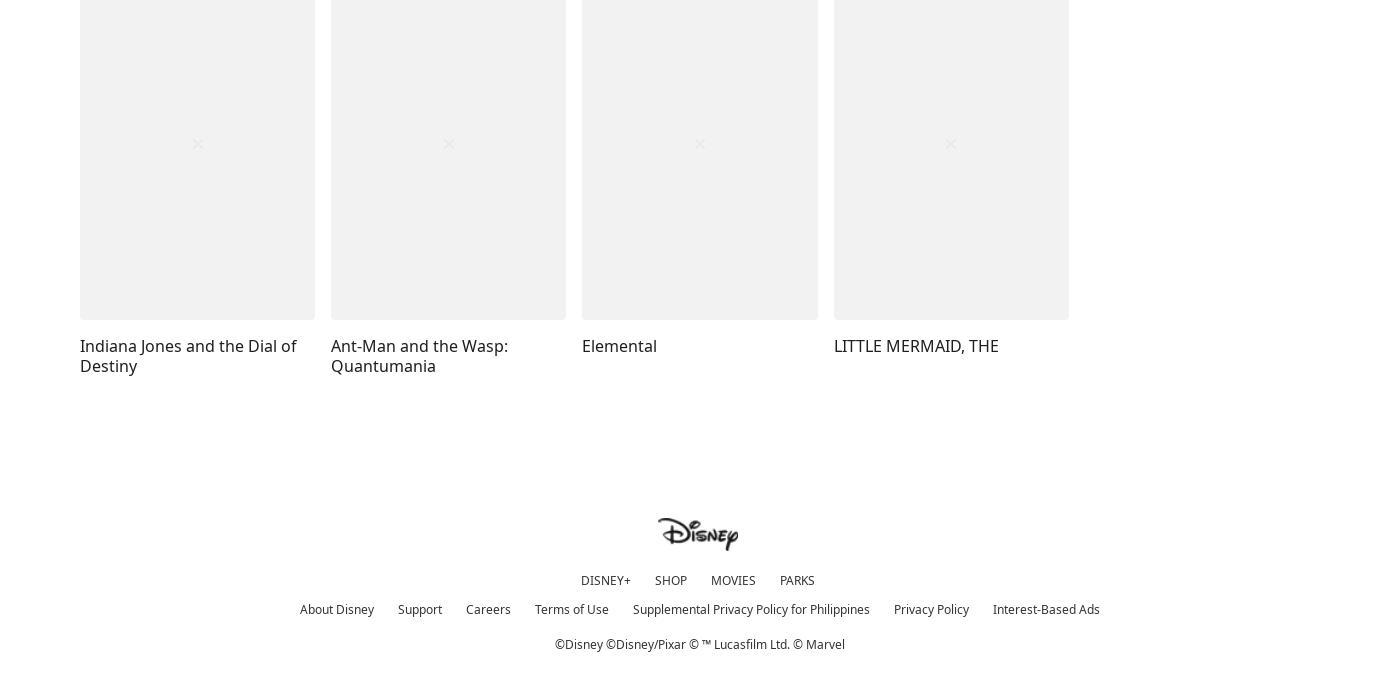  I want to click on 'Ant-Man and the Wasp: Quantumania', so click(419, 355).